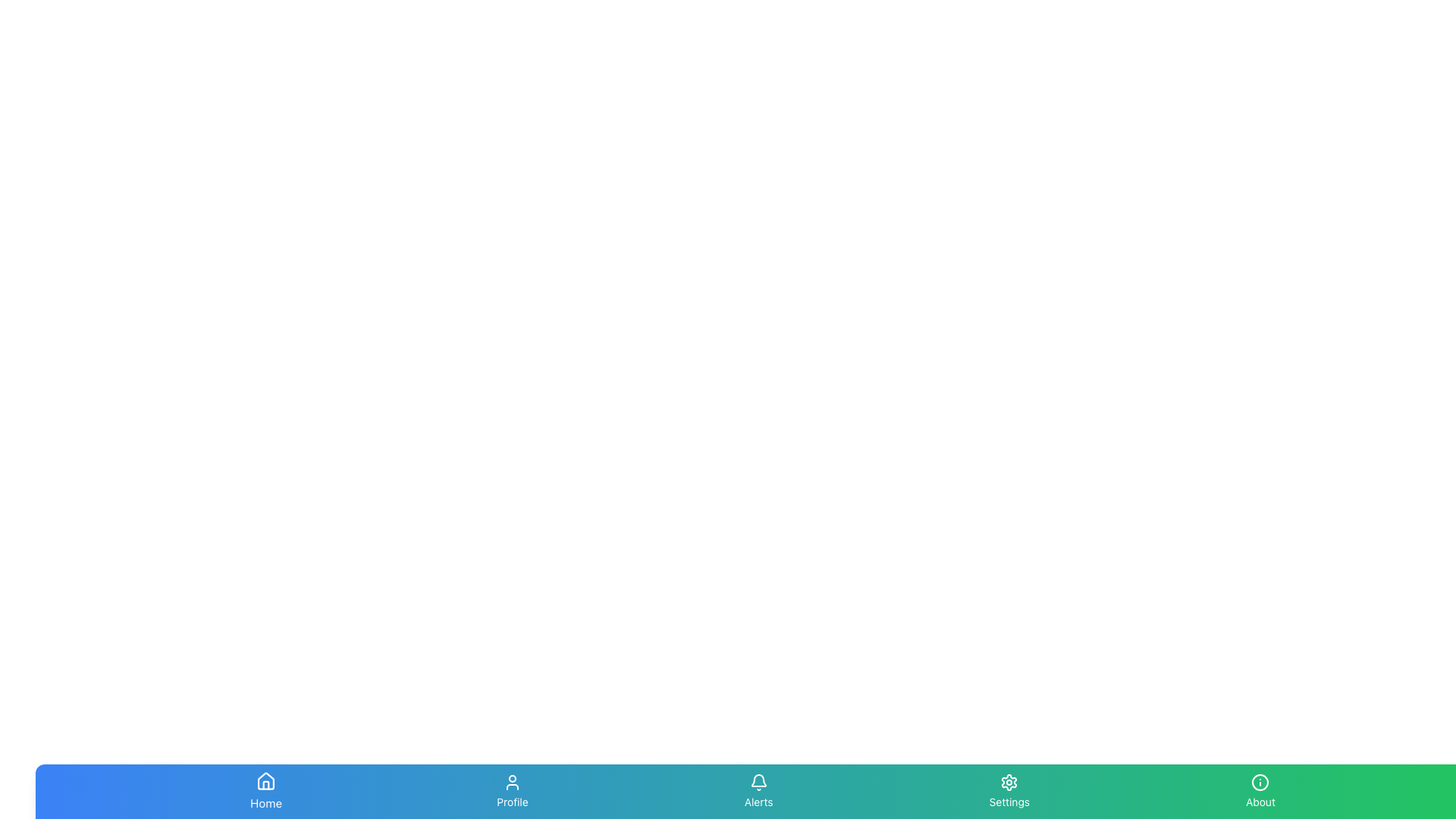 Image resolution: width=1456 pixels, height=819 pixels. What do you see at coordinates (1260, 801) in the screenshot?
I see `the 'info' icon located directly above the Text label in the footer bar` at bounding box center [1260, 801].